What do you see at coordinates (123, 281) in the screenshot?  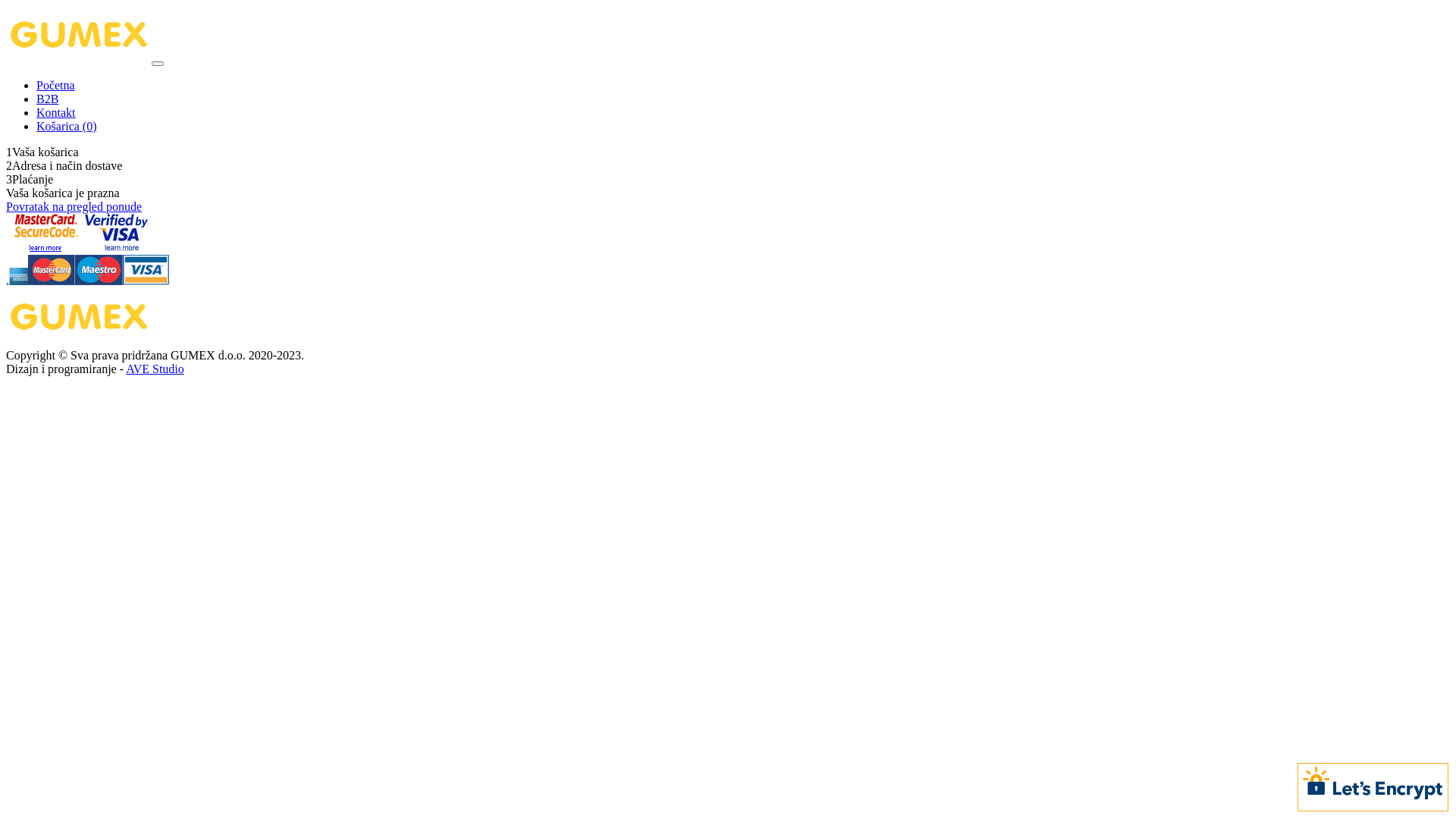 I see `'Visa'` at bounding box center [123, 281].